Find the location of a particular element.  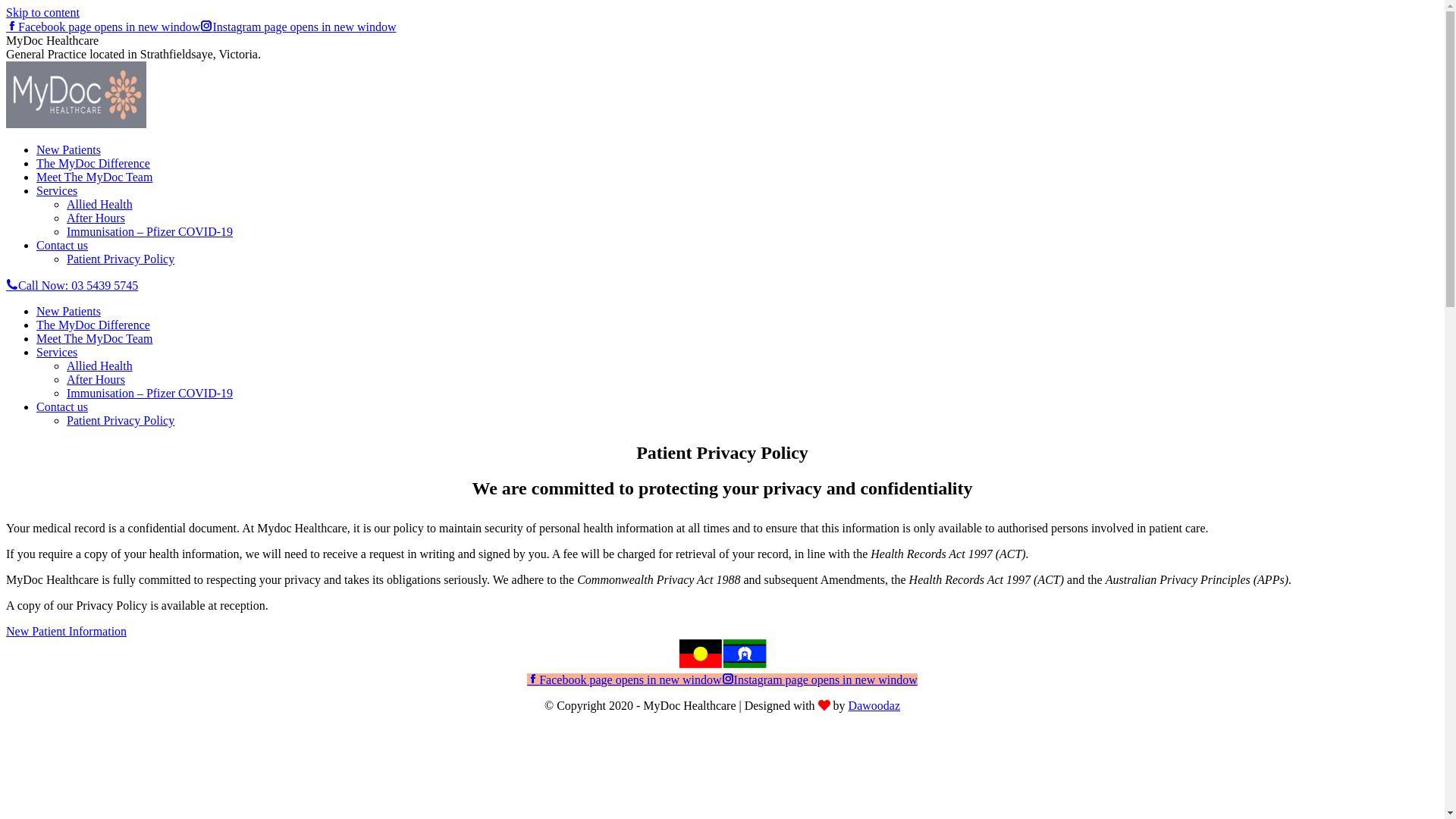

'Instagram page opens in new window' is located at coordinates (199, 27).